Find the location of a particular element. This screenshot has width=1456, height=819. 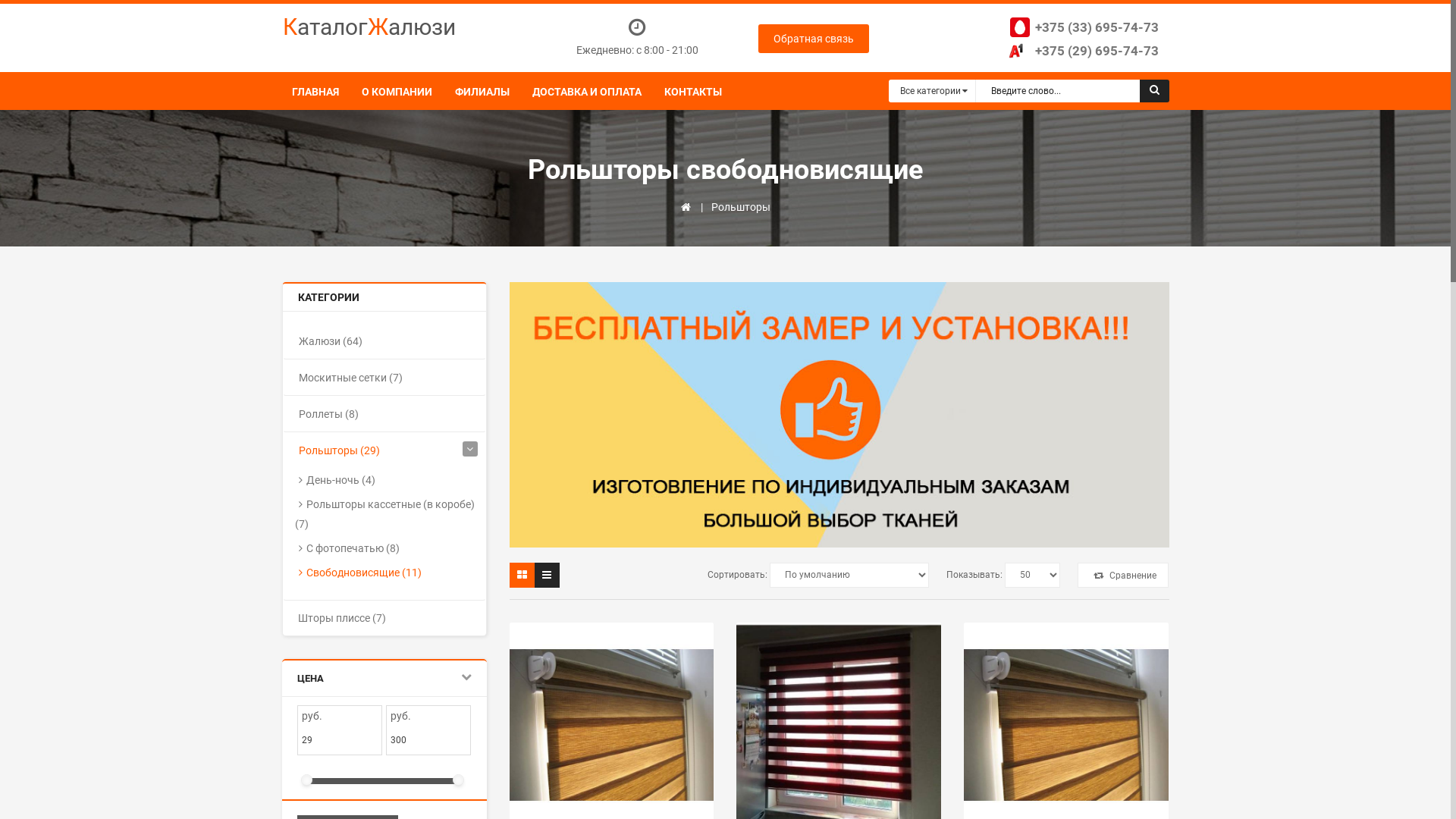

'+375 (33) 695-74-73' is located at coordinates (1081, 27).